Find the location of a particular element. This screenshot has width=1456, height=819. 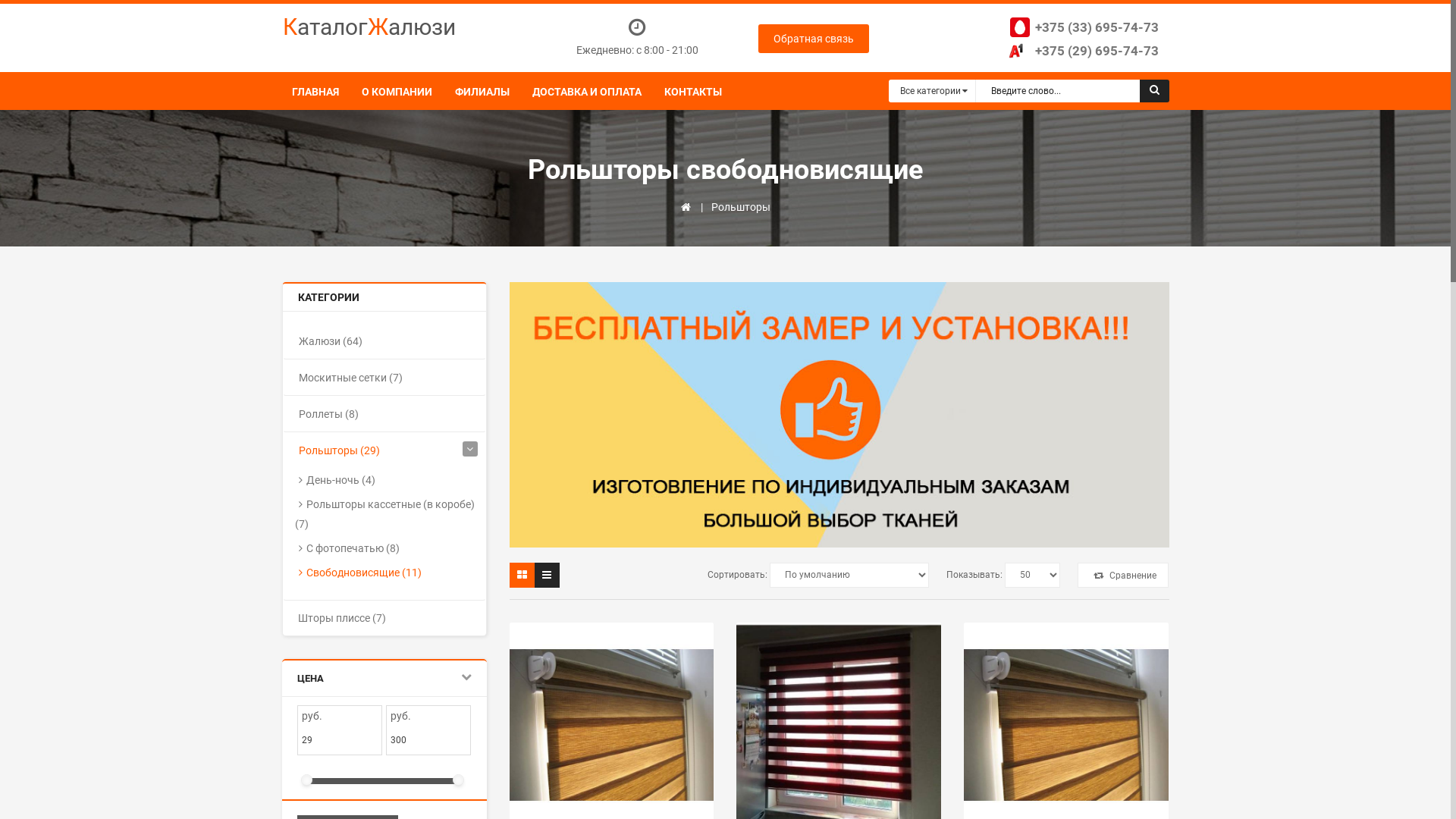

'+375 (33) 695-74-73' is located at coordinates (1081, 27).